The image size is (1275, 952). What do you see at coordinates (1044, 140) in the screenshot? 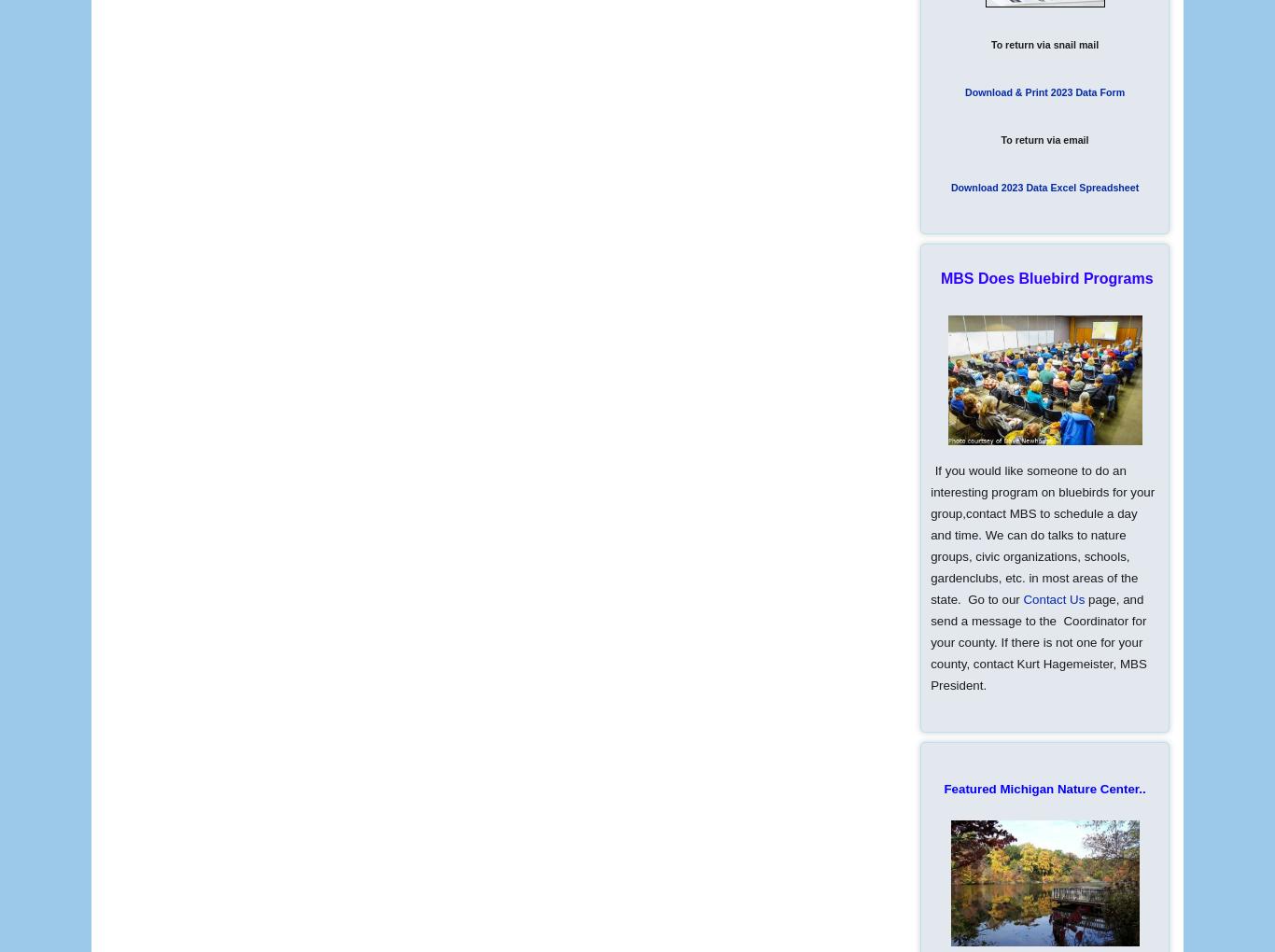
I see `'To return via email'` at bounding box center [1044, 140].